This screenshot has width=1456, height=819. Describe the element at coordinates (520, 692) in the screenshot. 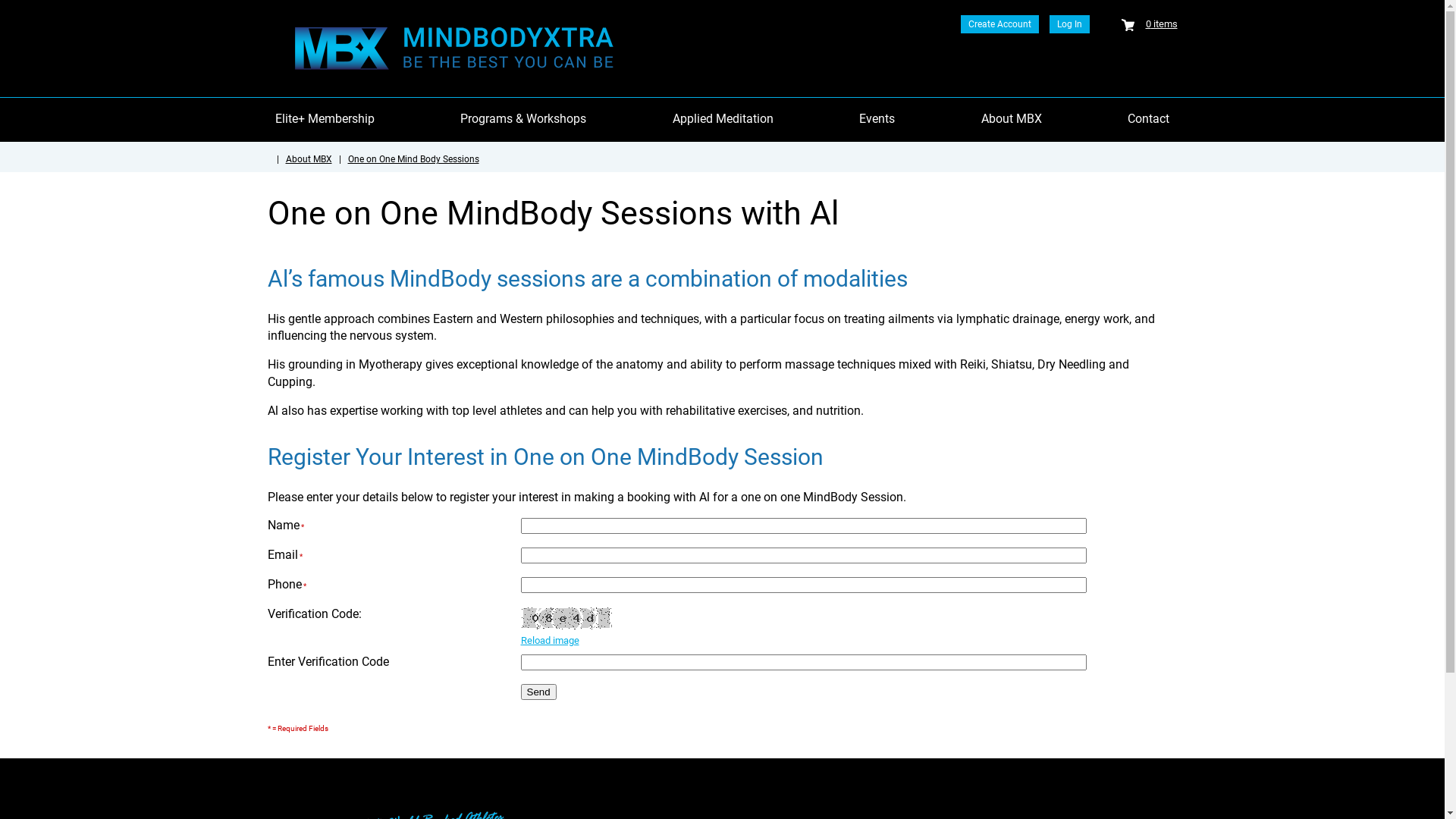

I see `'Send'` at that location.